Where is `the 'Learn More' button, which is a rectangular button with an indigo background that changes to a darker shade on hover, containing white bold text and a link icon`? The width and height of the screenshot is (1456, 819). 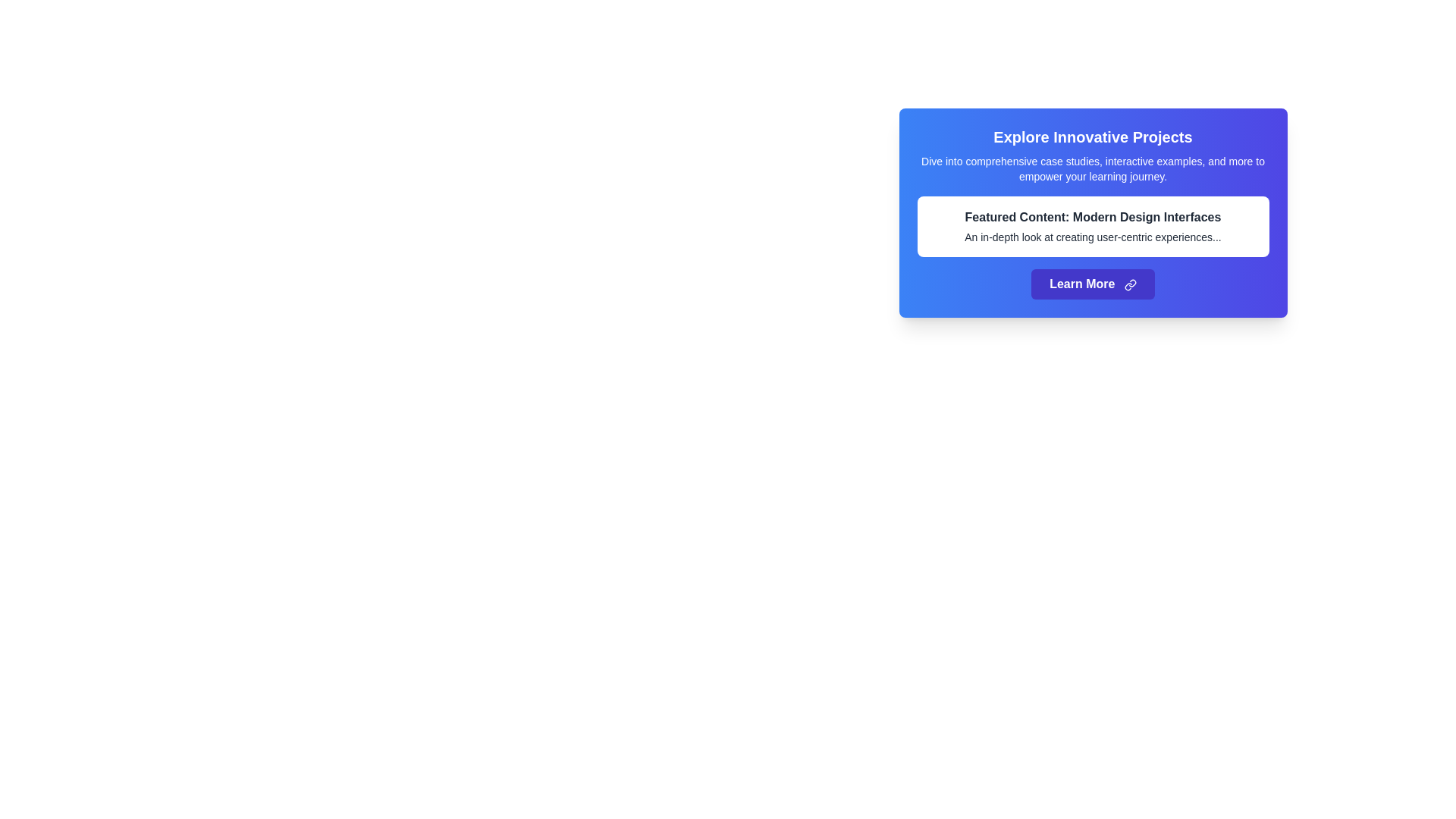 the 'Learn More' button, which is a rectangular button with an indigo background that changes to a darker shade on hover, containing white bold text and a link icon is located at coordinates (1093, 284).